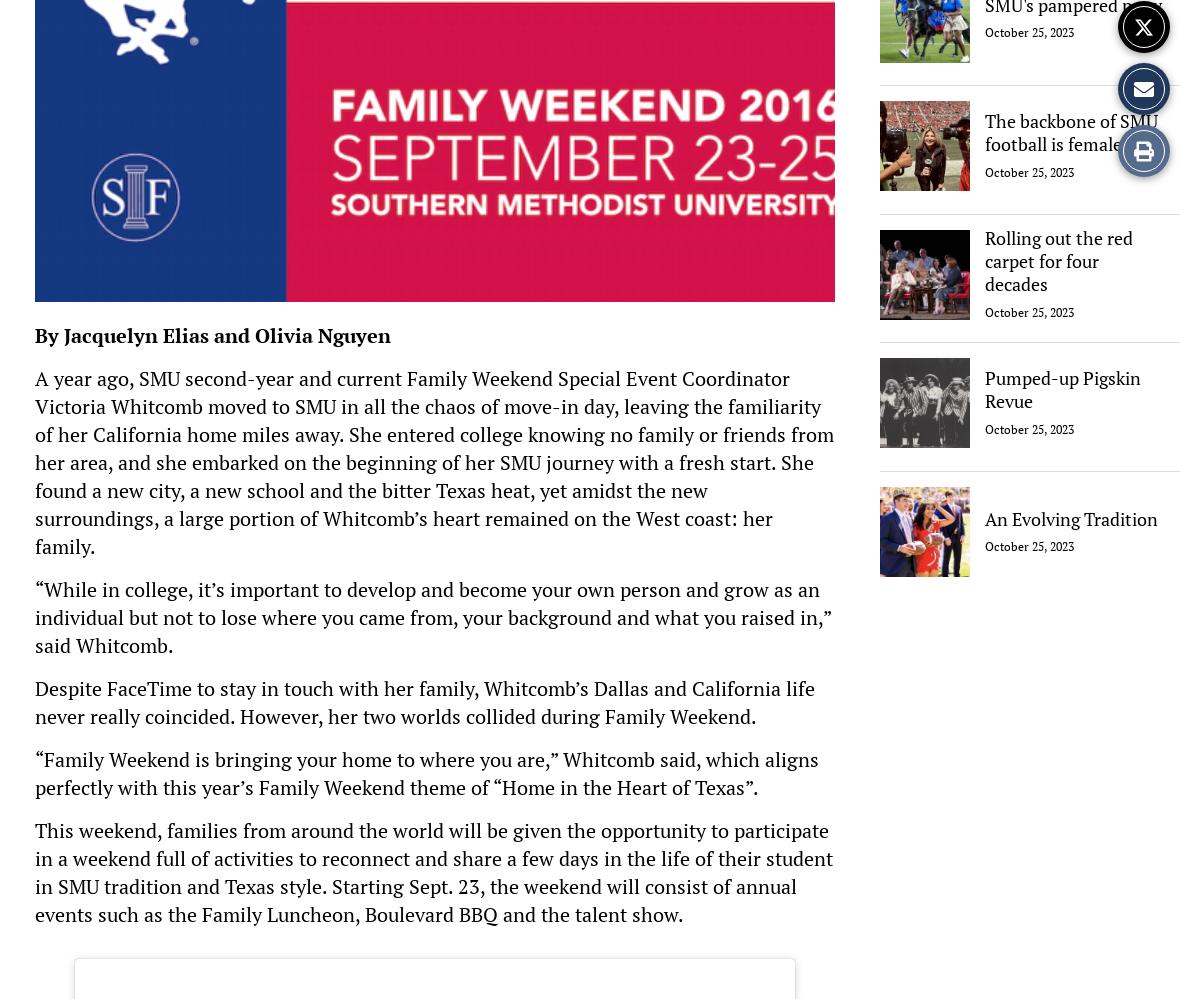 The image size is (1180, 999). What do you see at coordinates (431, 616) in the screenshot?
I see `'“While in college, it’s important to develop and become your own person and grow as an individual but not to lose where you came from, your background and what you raised in,” said Whitcomb.'` at bounding box center [431, 616].